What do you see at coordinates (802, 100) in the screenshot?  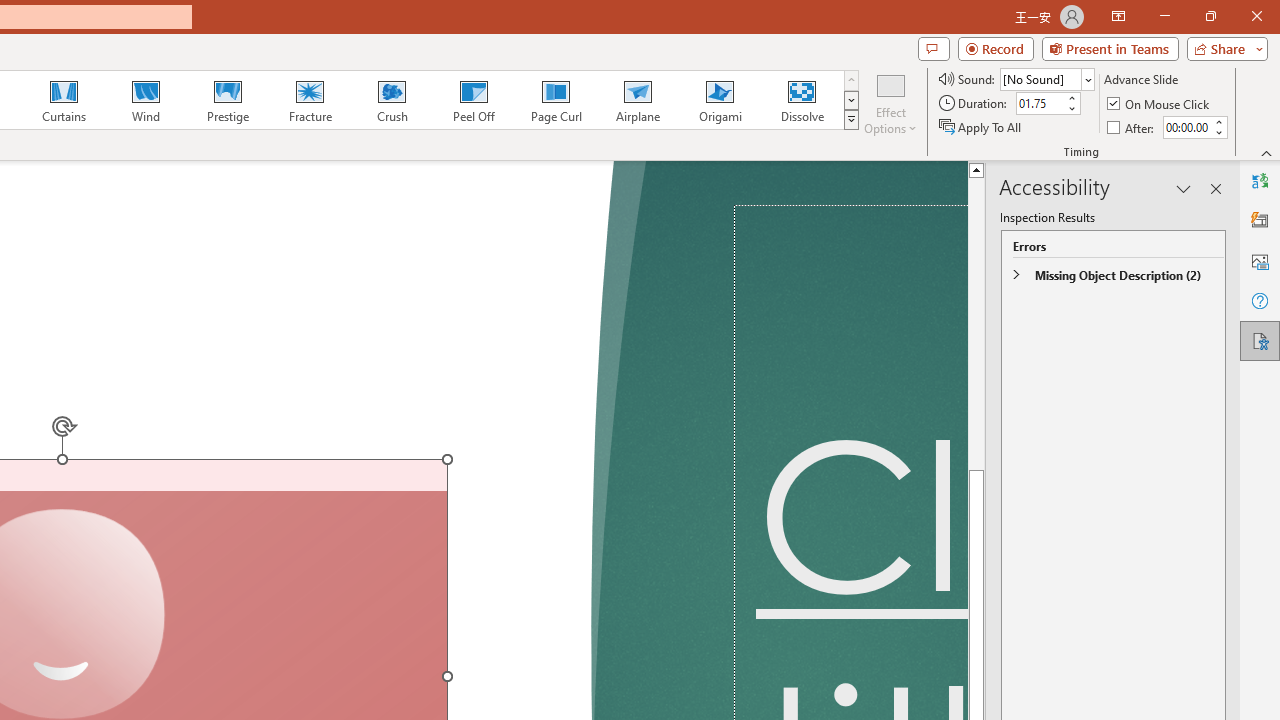 I see `'Dissolve'` at bounding box center [802, 100].